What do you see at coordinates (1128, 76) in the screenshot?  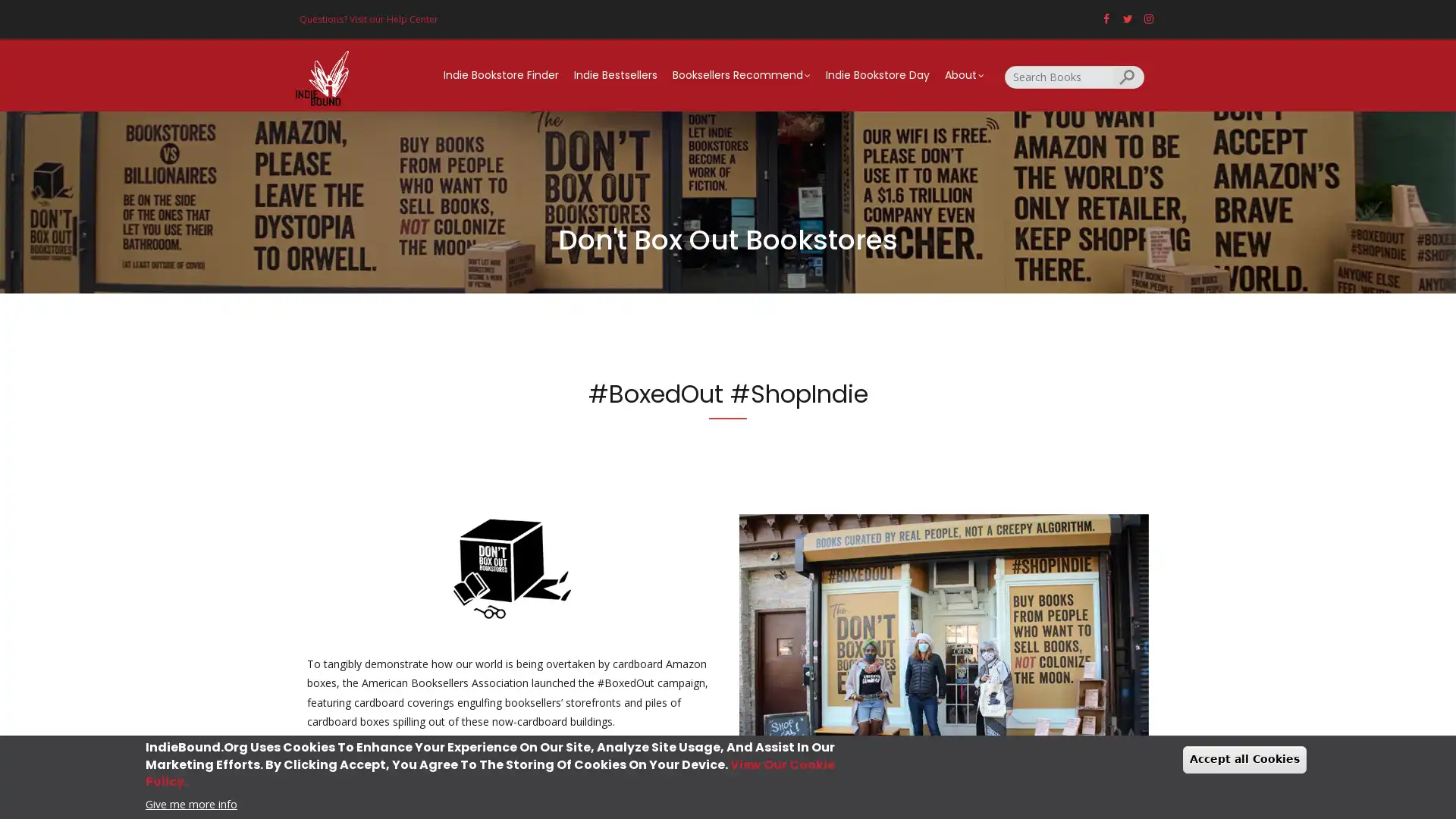 I see `Search` at bounding box center [1128, 76].